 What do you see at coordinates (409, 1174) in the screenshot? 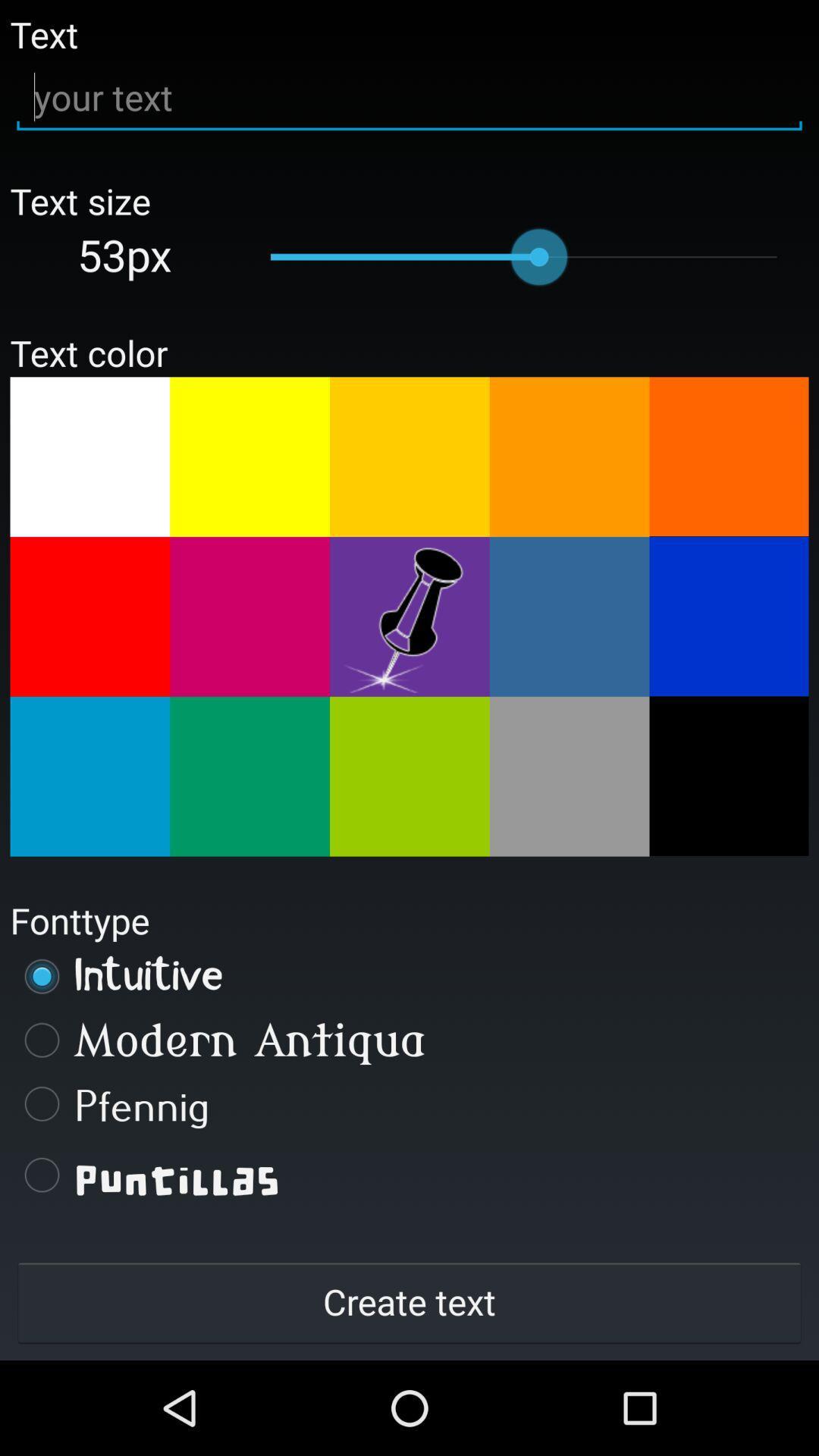
I see `the radio button below the pfennig icon` at bounding box center [409, 1174].